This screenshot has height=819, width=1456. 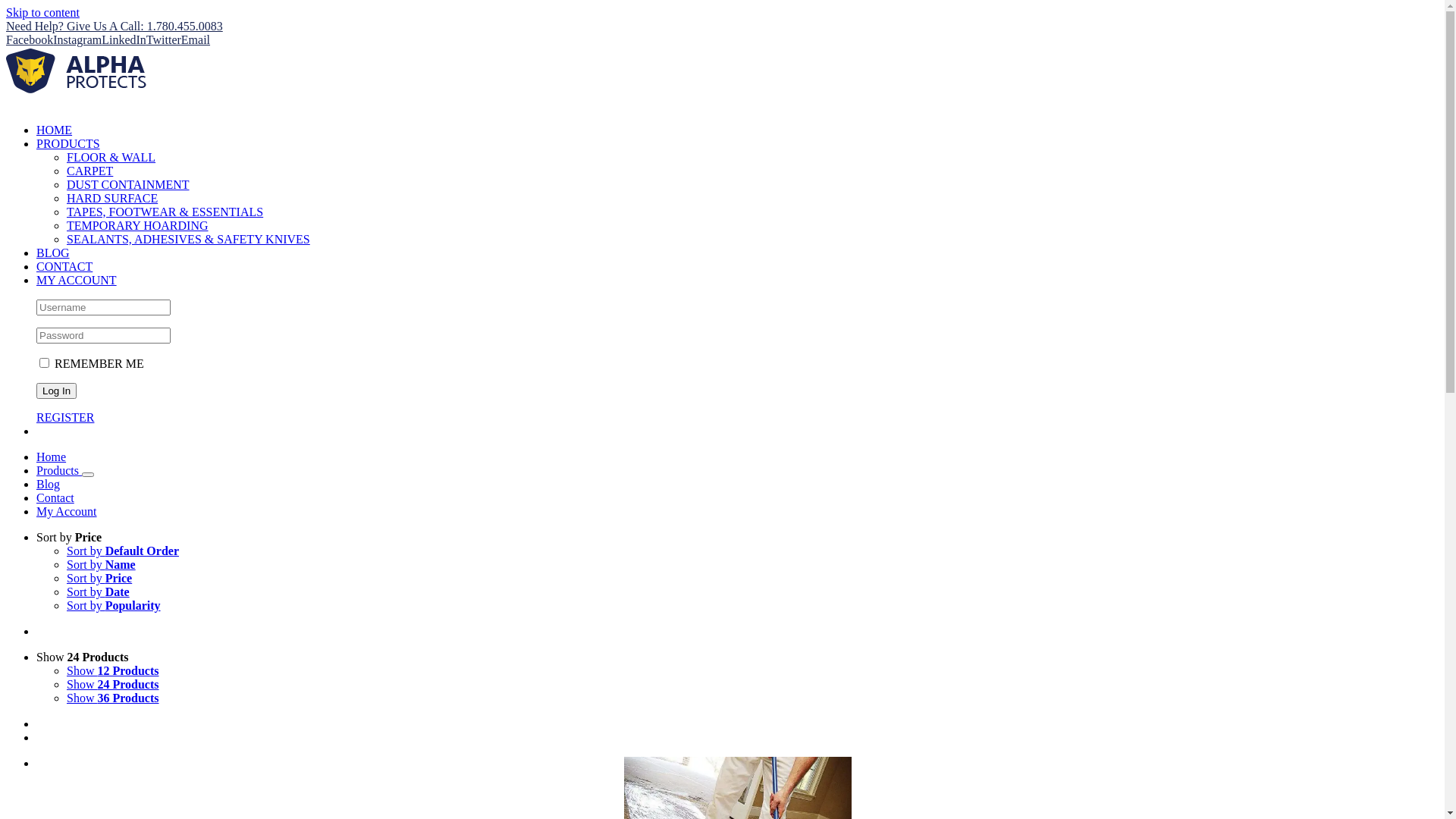 What do you see at coordinates (42, 12) in the screenshot?
I see `'Skip to content'` at bounding box center [42, 12].